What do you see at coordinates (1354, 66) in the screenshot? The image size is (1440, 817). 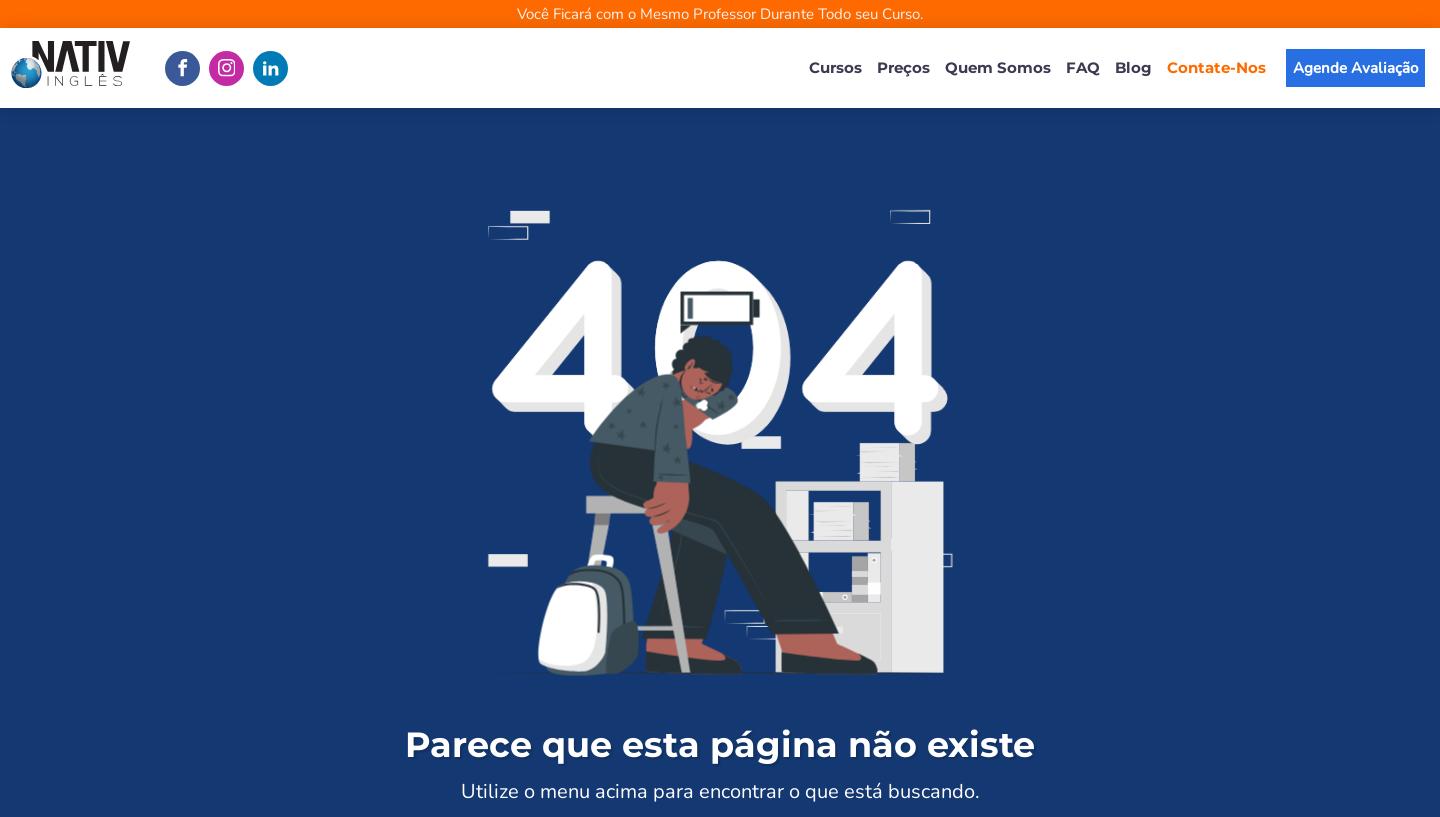 I see `'Agende Avaliação'` at bounding box center [1354, 66].